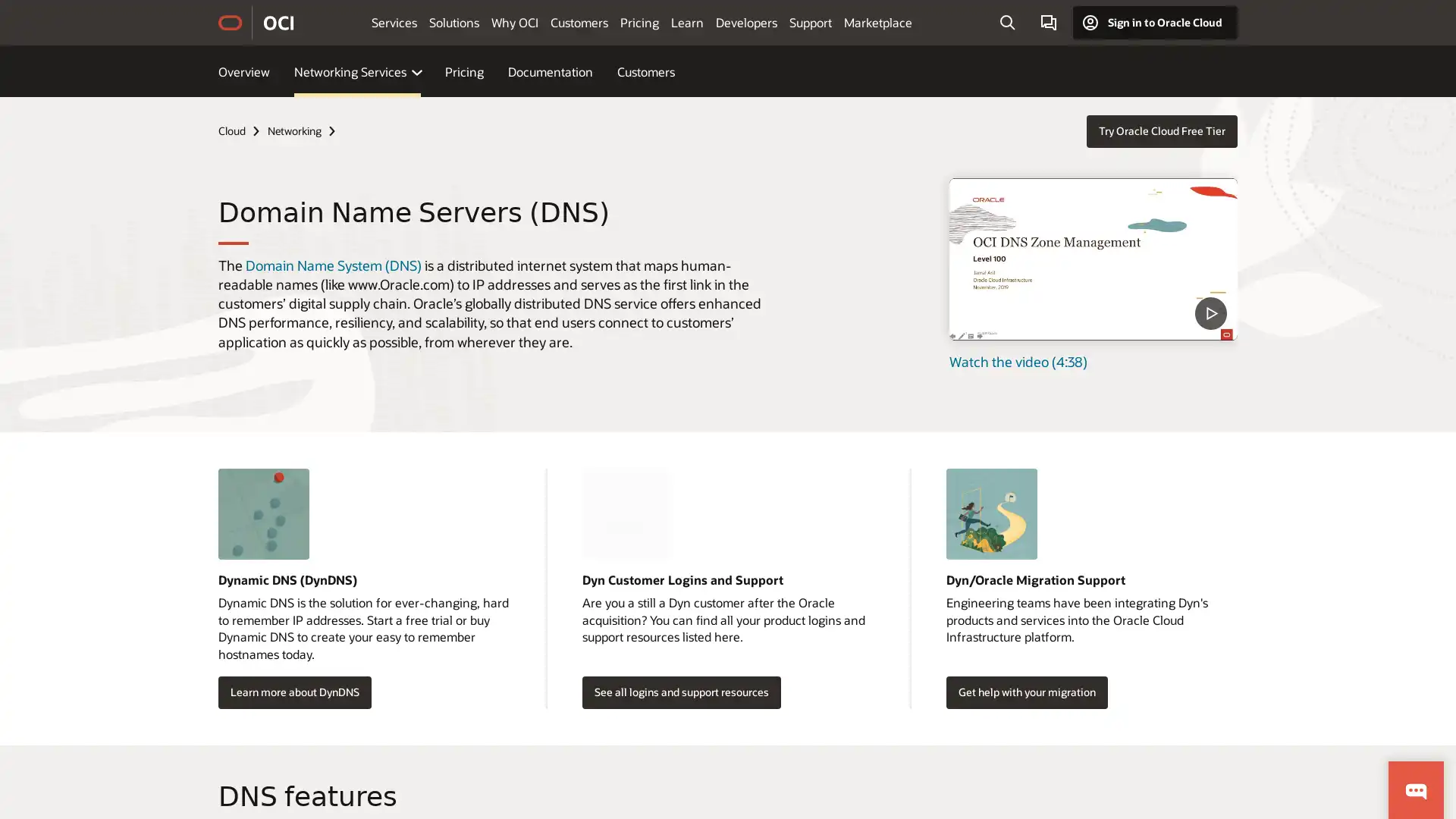 The height and width of the screenshot is (819, 1456). What do you see at coordinates (746, 22) in the screenshot?
I see `Developers` at bounding box center [746, 22].